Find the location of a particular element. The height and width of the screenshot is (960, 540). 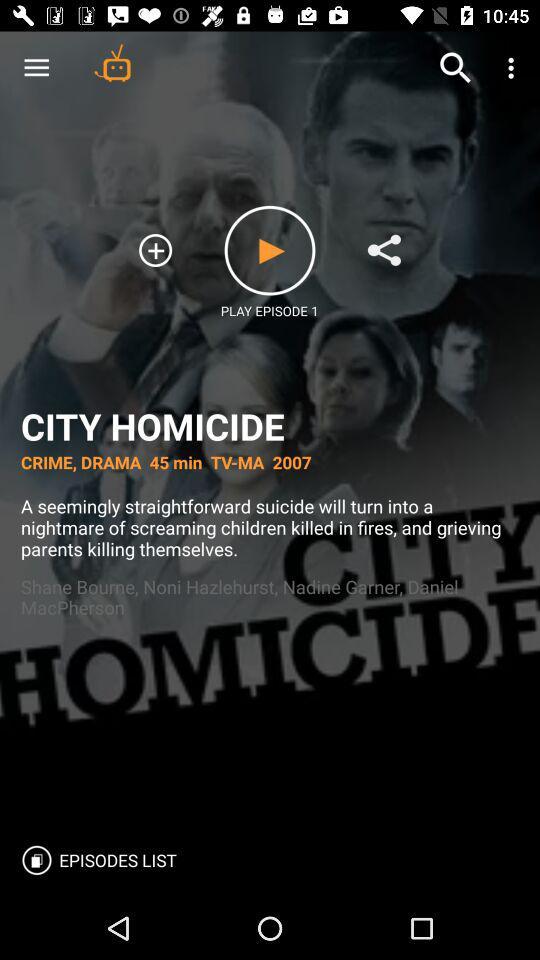

icon above the play episode 1 item is located at coordinates (270, 249).